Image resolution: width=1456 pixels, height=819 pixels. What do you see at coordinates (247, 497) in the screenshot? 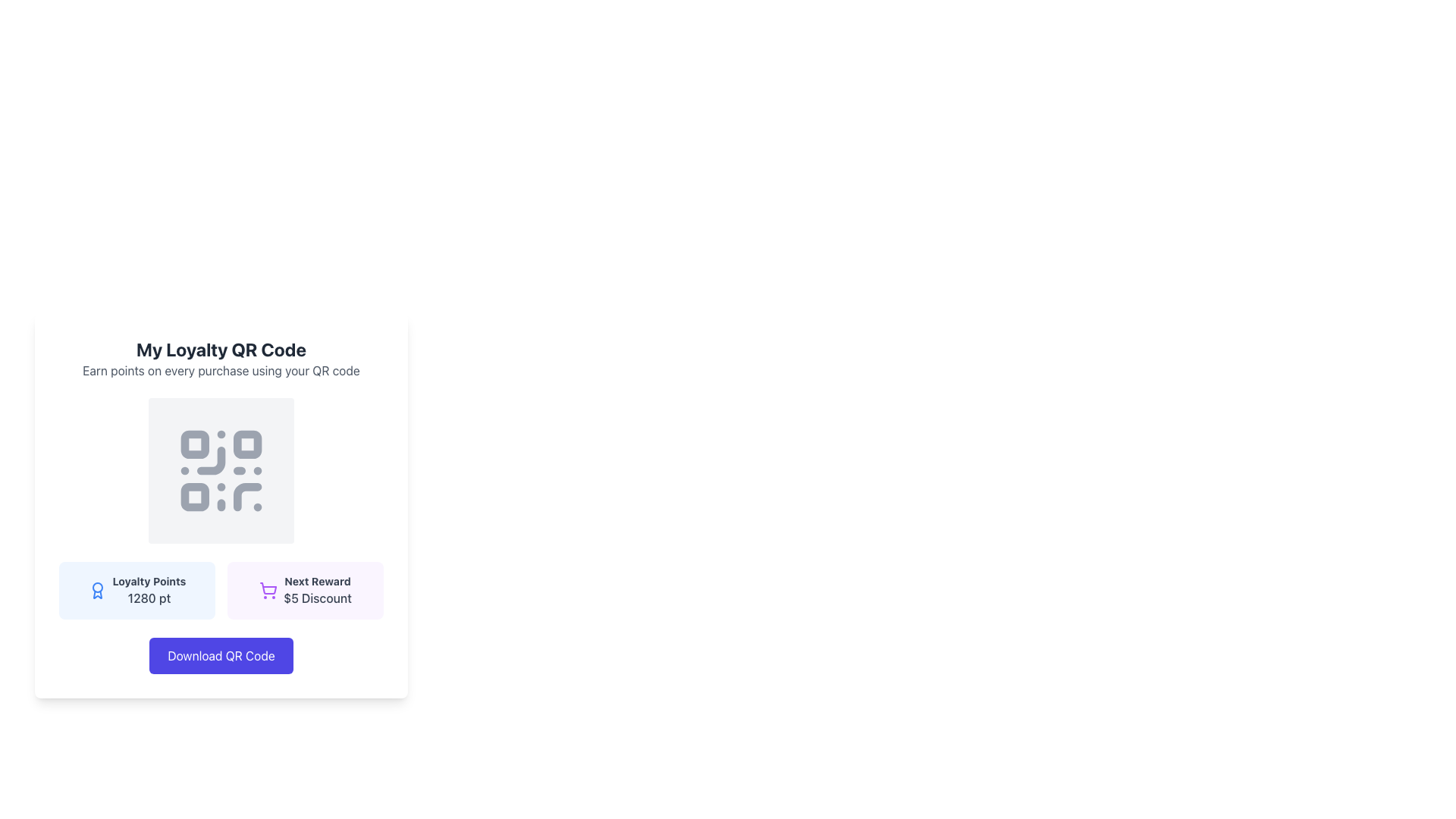
I see `the small vector representation forming part of the QR code illustration, specifically the rounded corner square located in the bottom-right section of the QR code` at bounding box center [247, 497].